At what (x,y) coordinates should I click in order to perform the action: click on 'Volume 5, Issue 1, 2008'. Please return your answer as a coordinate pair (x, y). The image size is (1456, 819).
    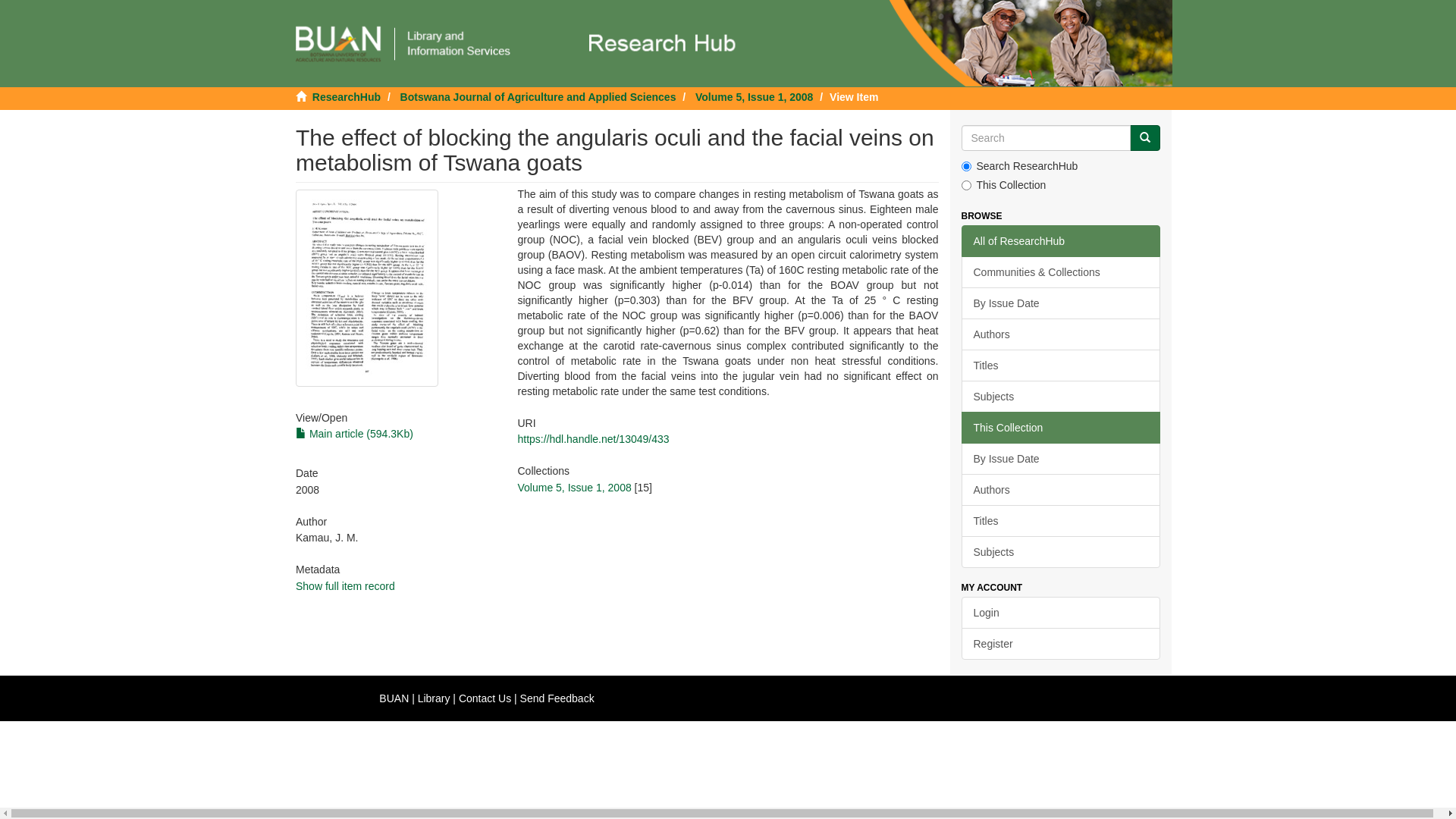
    Looking at the image, I should click on (516, 488).